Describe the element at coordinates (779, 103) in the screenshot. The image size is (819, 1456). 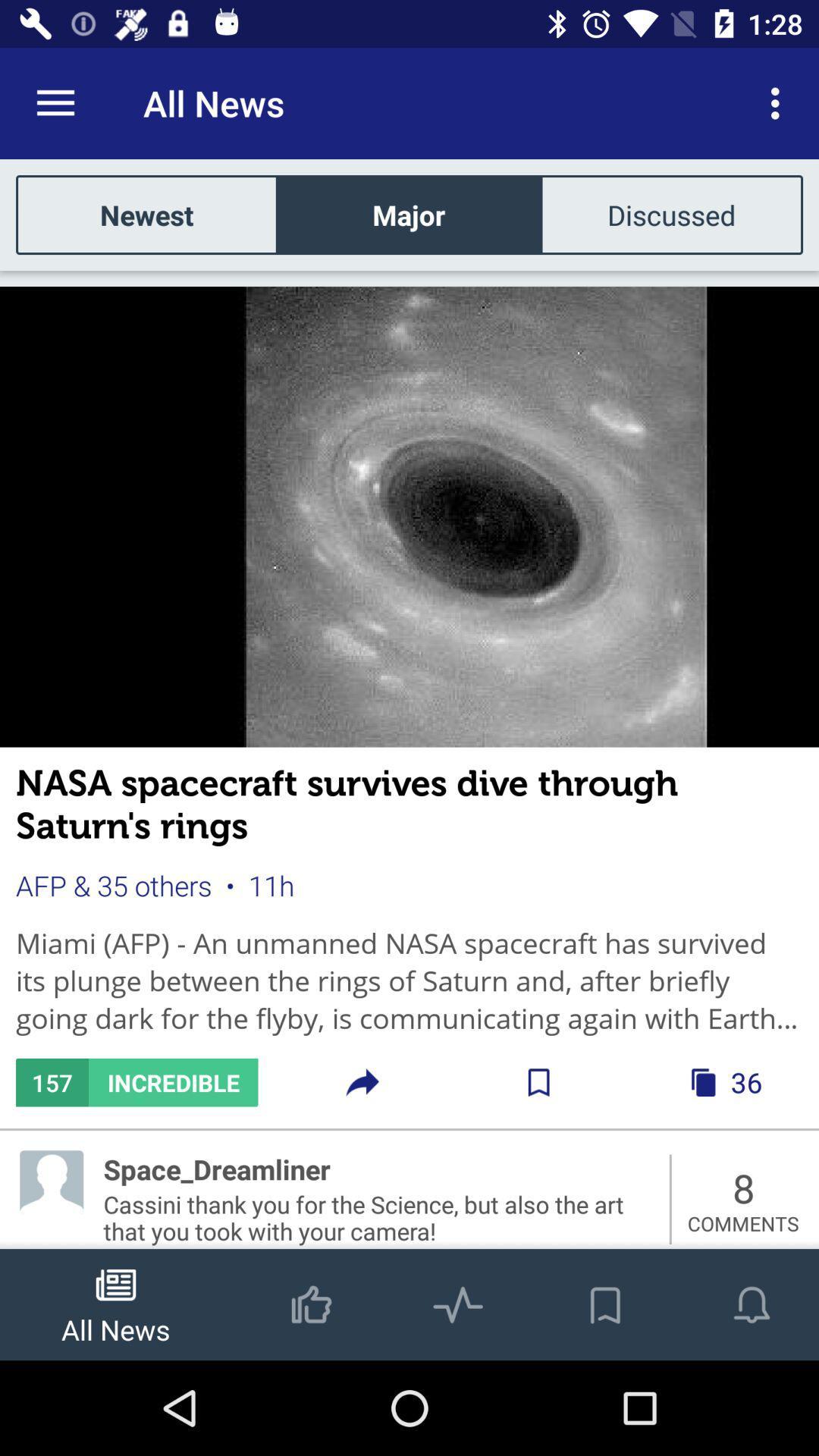
I see `three vertical dots` at that location.